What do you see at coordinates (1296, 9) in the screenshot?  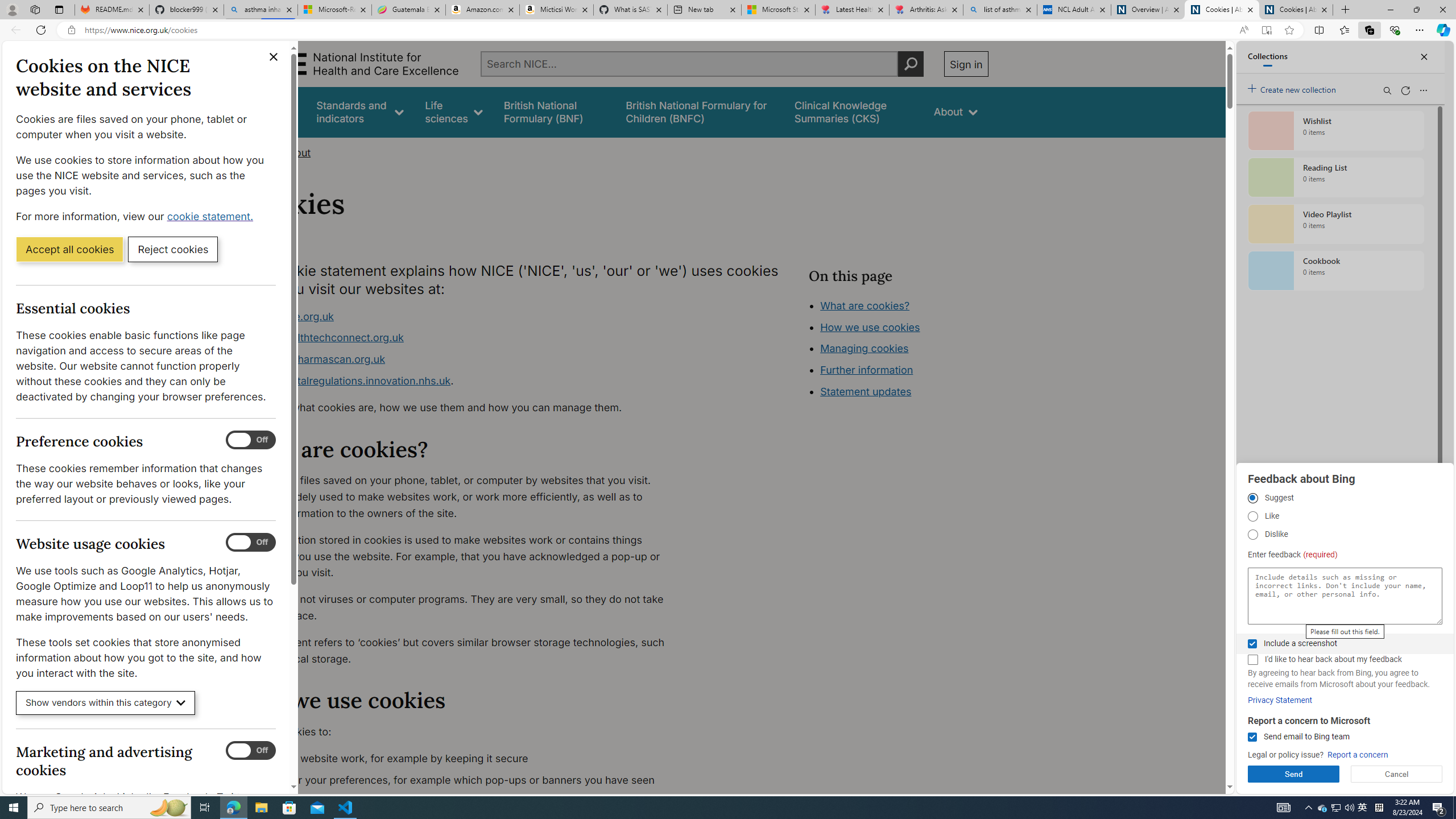 I see `'Cookies | About | NICE'` at bounding box center [1296, 9].